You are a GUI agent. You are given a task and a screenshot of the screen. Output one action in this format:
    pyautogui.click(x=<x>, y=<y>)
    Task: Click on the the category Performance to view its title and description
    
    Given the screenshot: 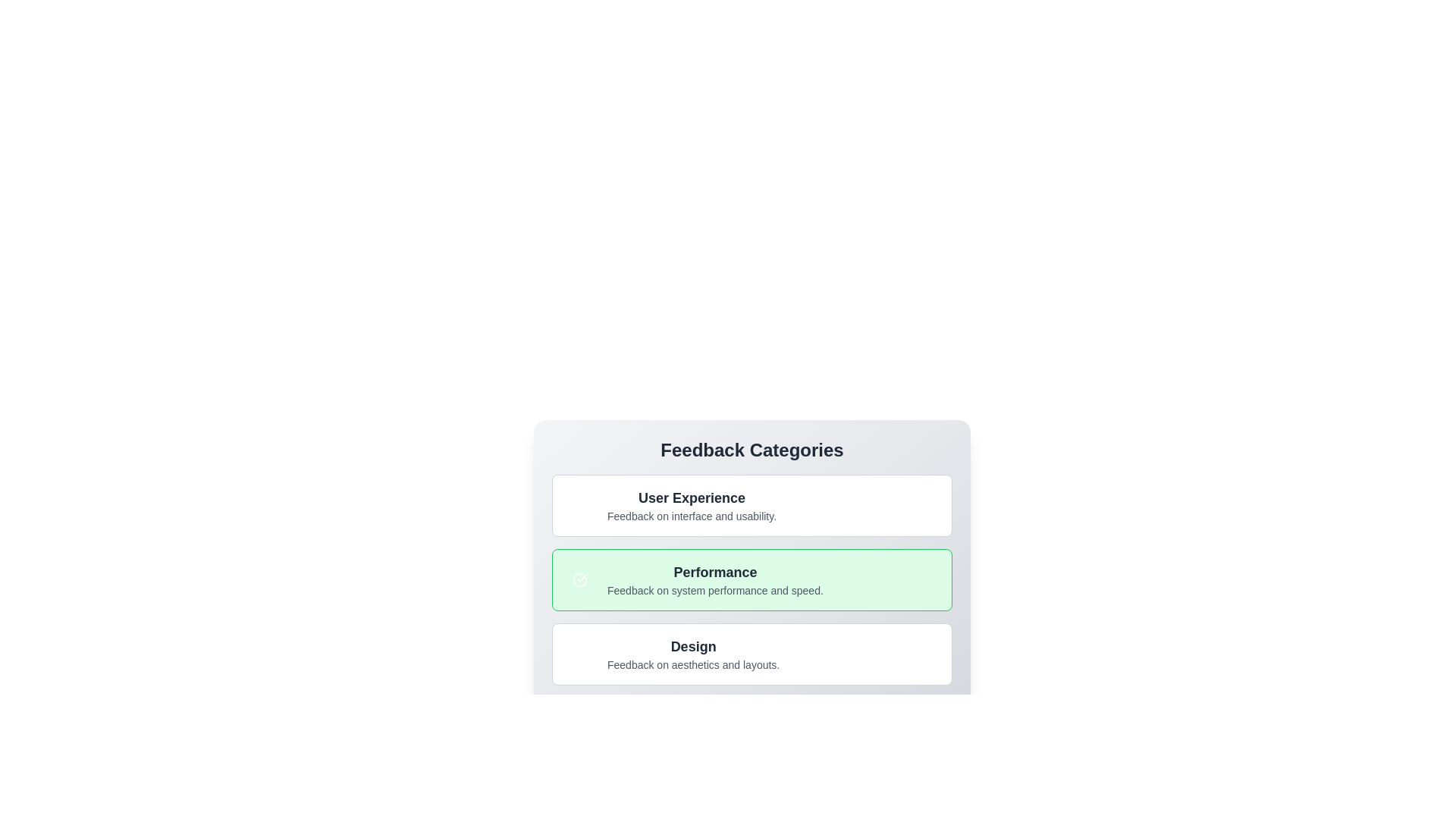 What is the action you would take?
    pyautogui.click(x=752, y=579)
    